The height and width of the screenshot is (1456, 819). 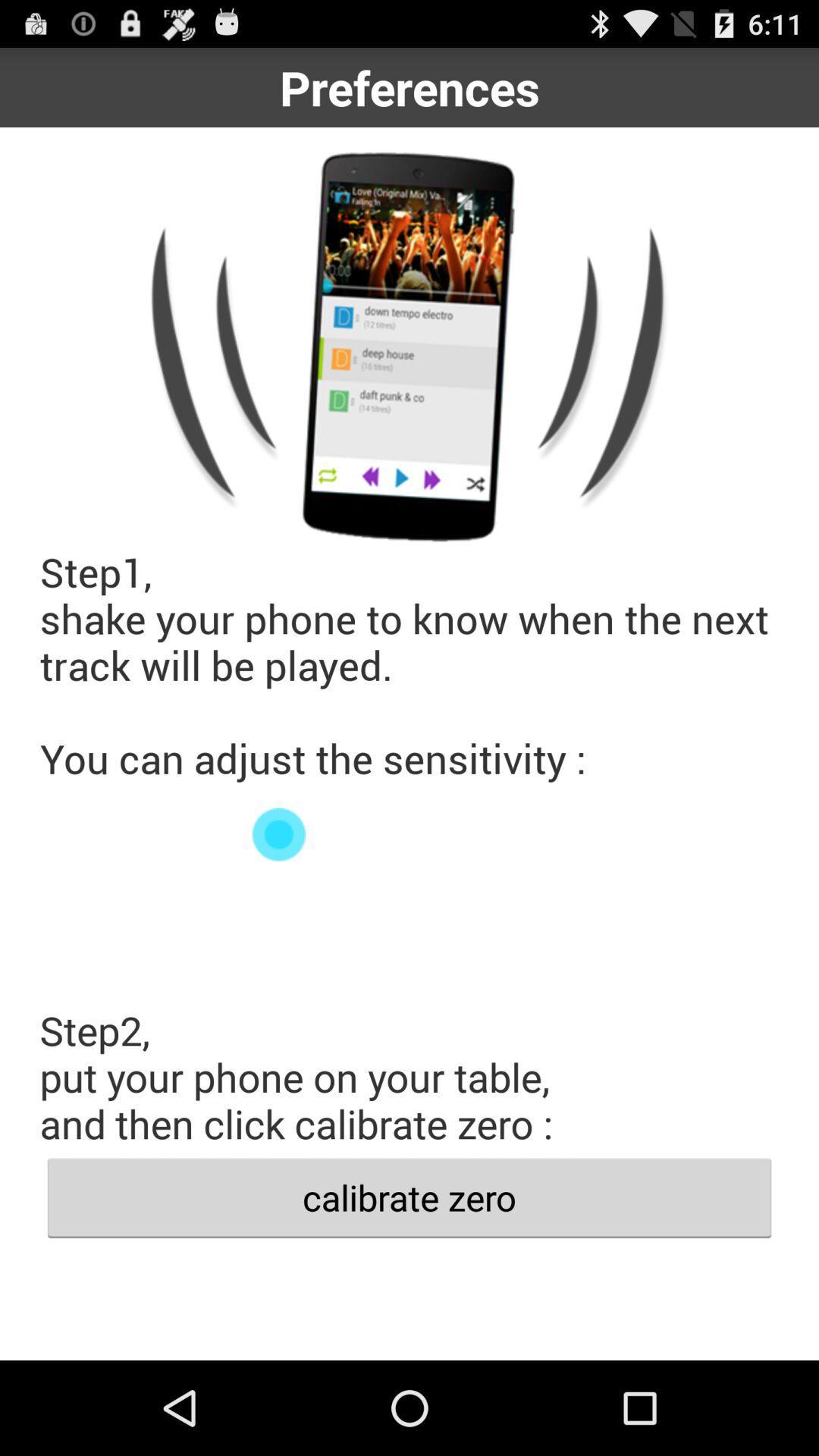 What do you see at coordinates (409, 833) in the screenshot?
I see `the item below step1 shake your` at bounding box center [409, 833].